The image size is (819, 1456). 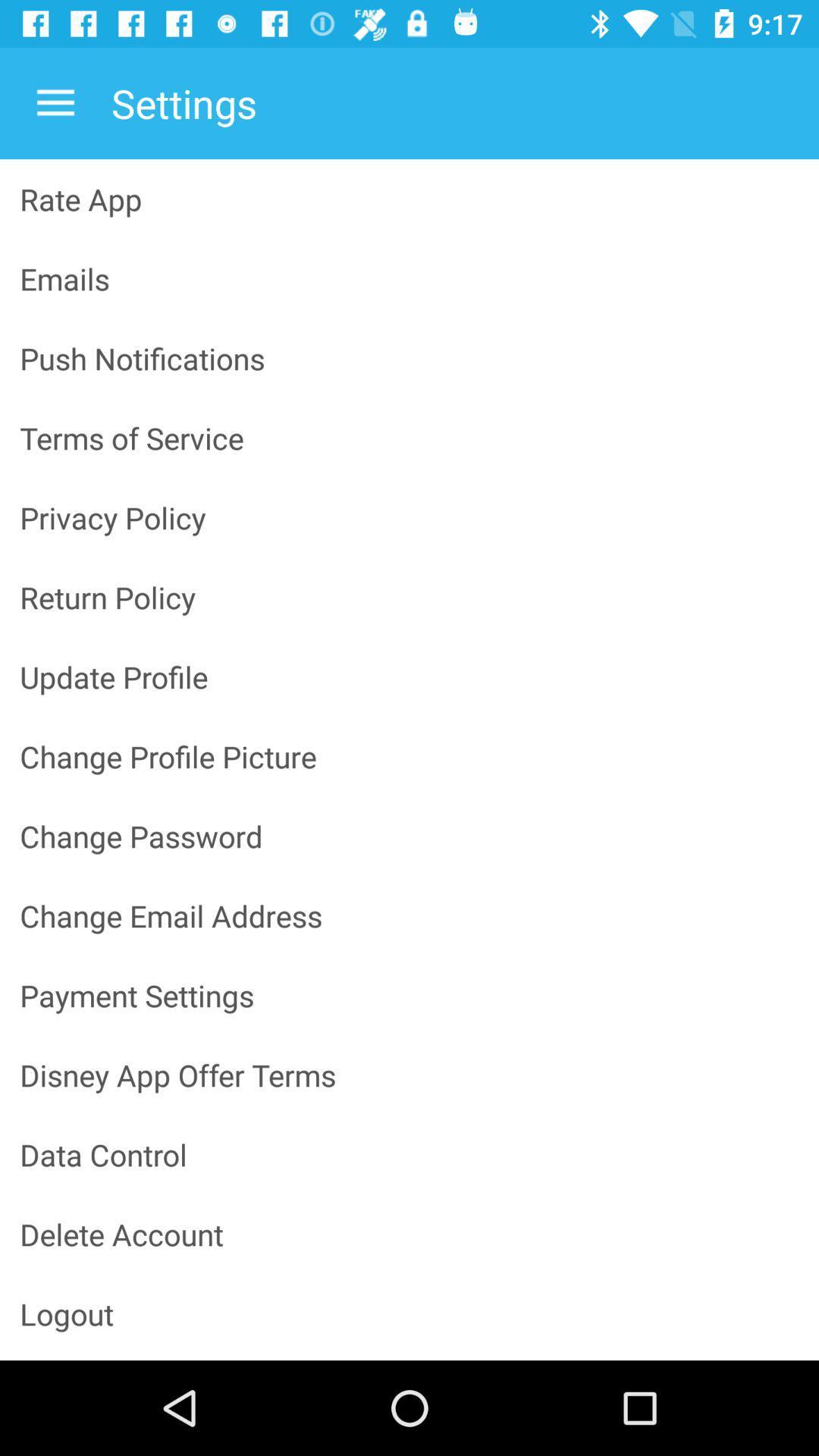 I want to click on the item above the terms of service item, so click(x=409, y=357).